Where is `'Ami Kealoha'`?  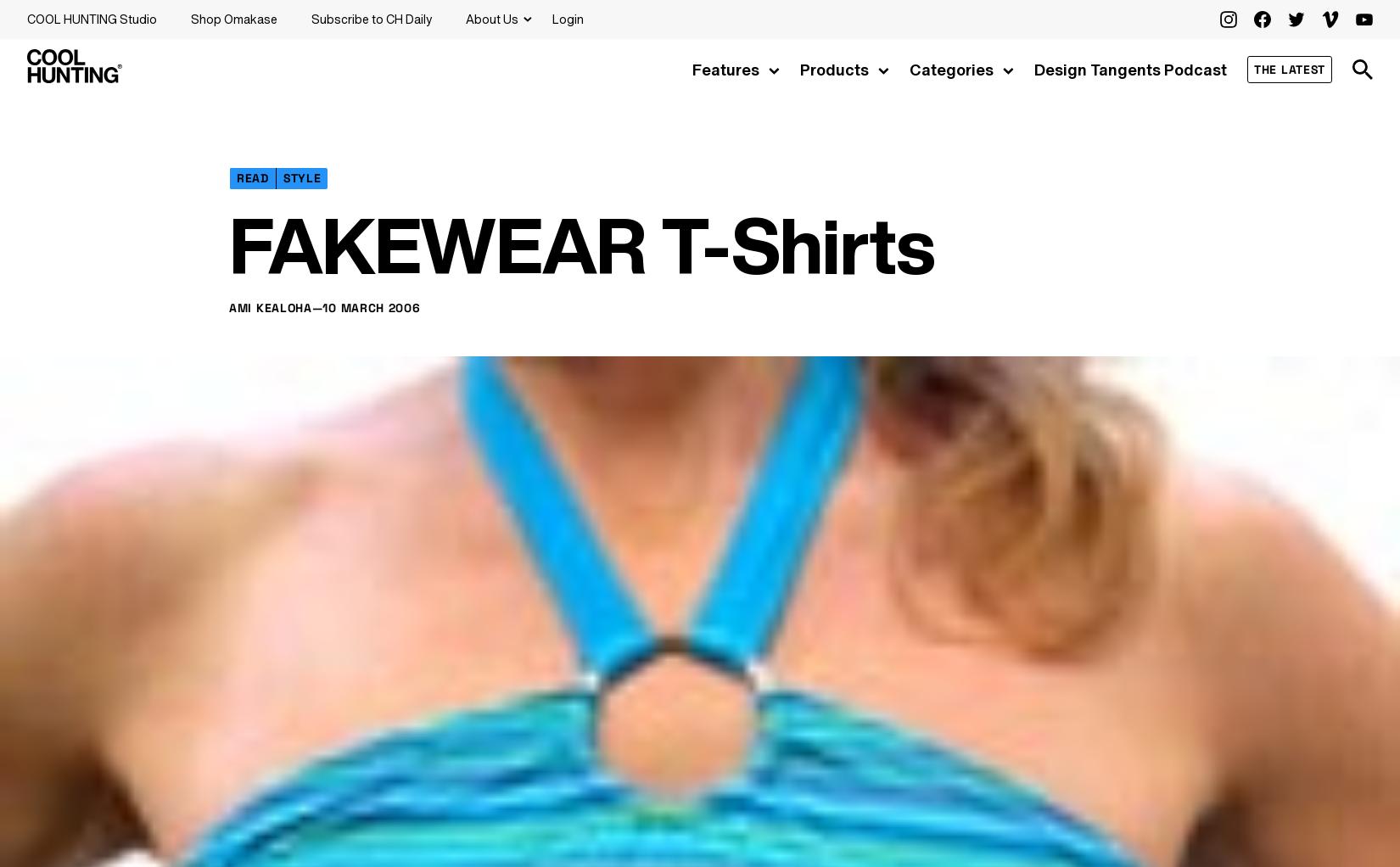 'Ami Kealoha' is located at coordinates (270, 306).